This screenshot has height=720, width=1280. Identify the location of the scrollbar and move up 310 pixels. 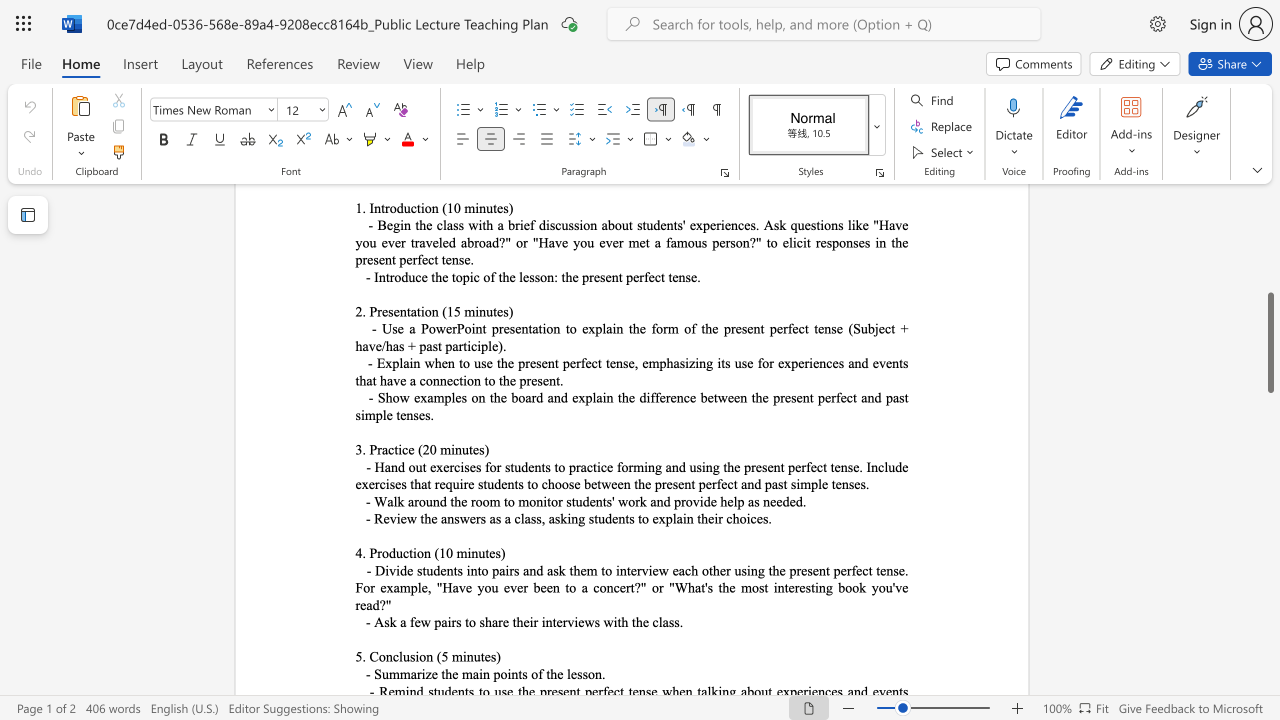
(1269, 341).